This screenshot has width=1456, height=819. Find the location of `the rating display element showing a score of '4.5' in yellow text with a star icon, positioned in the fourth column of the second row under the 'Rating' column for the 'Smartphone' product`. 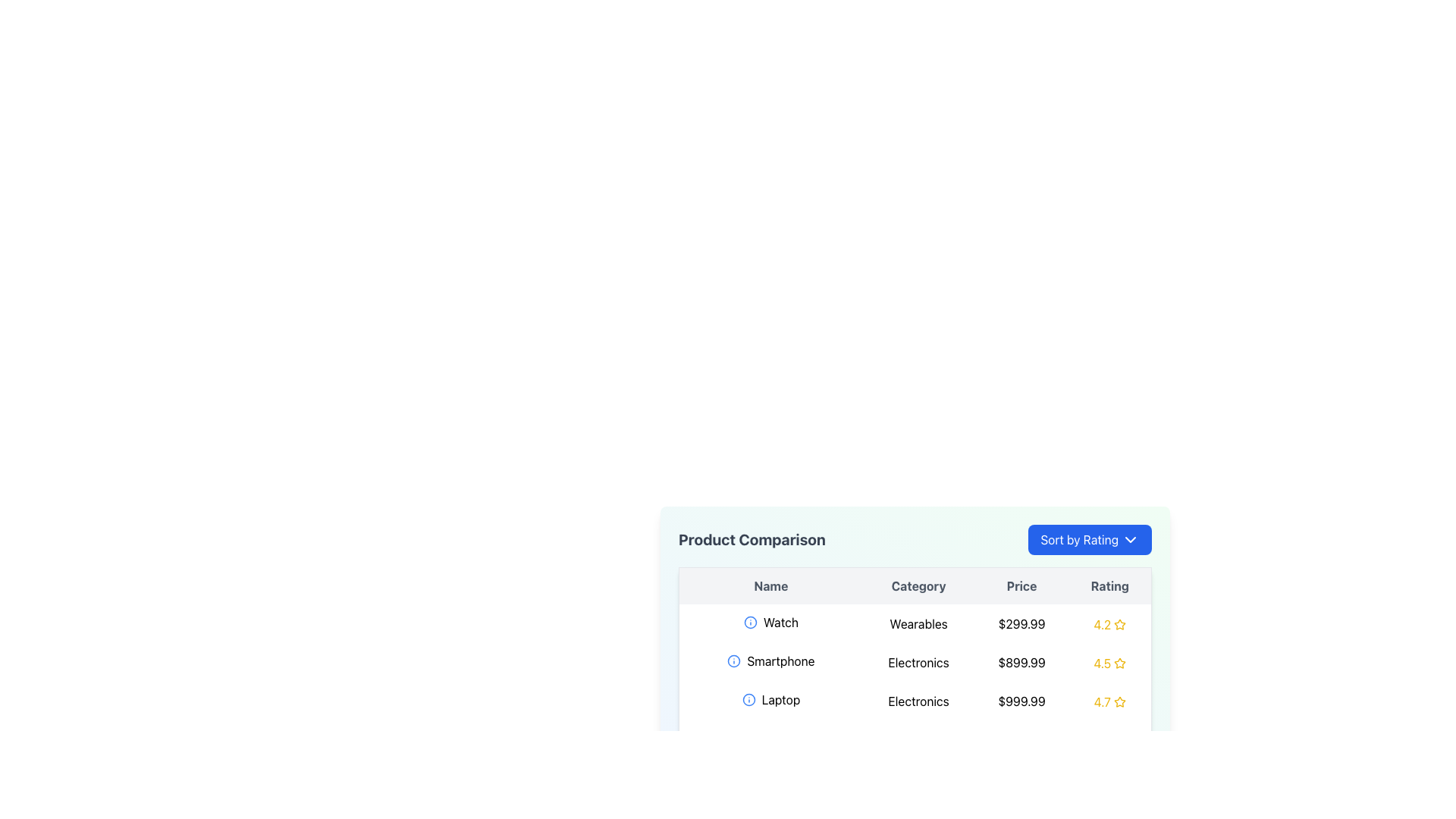

the rating display element showing a score of '4.5' in yellow text with a star icon, positioned in the fourth column of the second row under the 'Rating' column for the 'Smartphone' product is located at coordinates (1109, 663).